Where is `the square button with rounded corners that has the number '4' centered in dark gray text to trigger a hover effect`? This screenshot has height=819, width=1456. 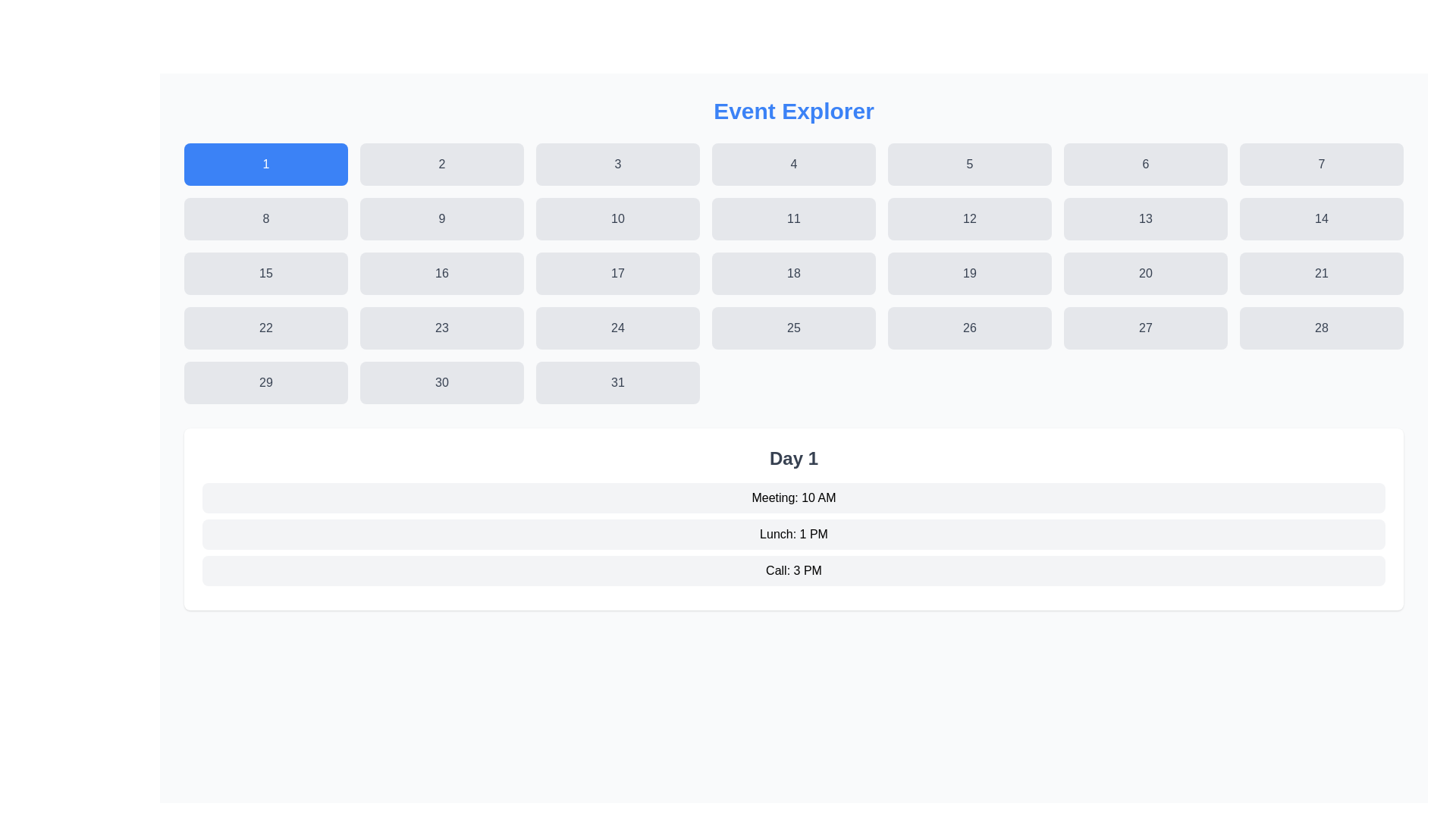
the square button with rounded corners that has the number '4' centered in dark gray text to trigger a hover effect is located at coordinates (792, 164).